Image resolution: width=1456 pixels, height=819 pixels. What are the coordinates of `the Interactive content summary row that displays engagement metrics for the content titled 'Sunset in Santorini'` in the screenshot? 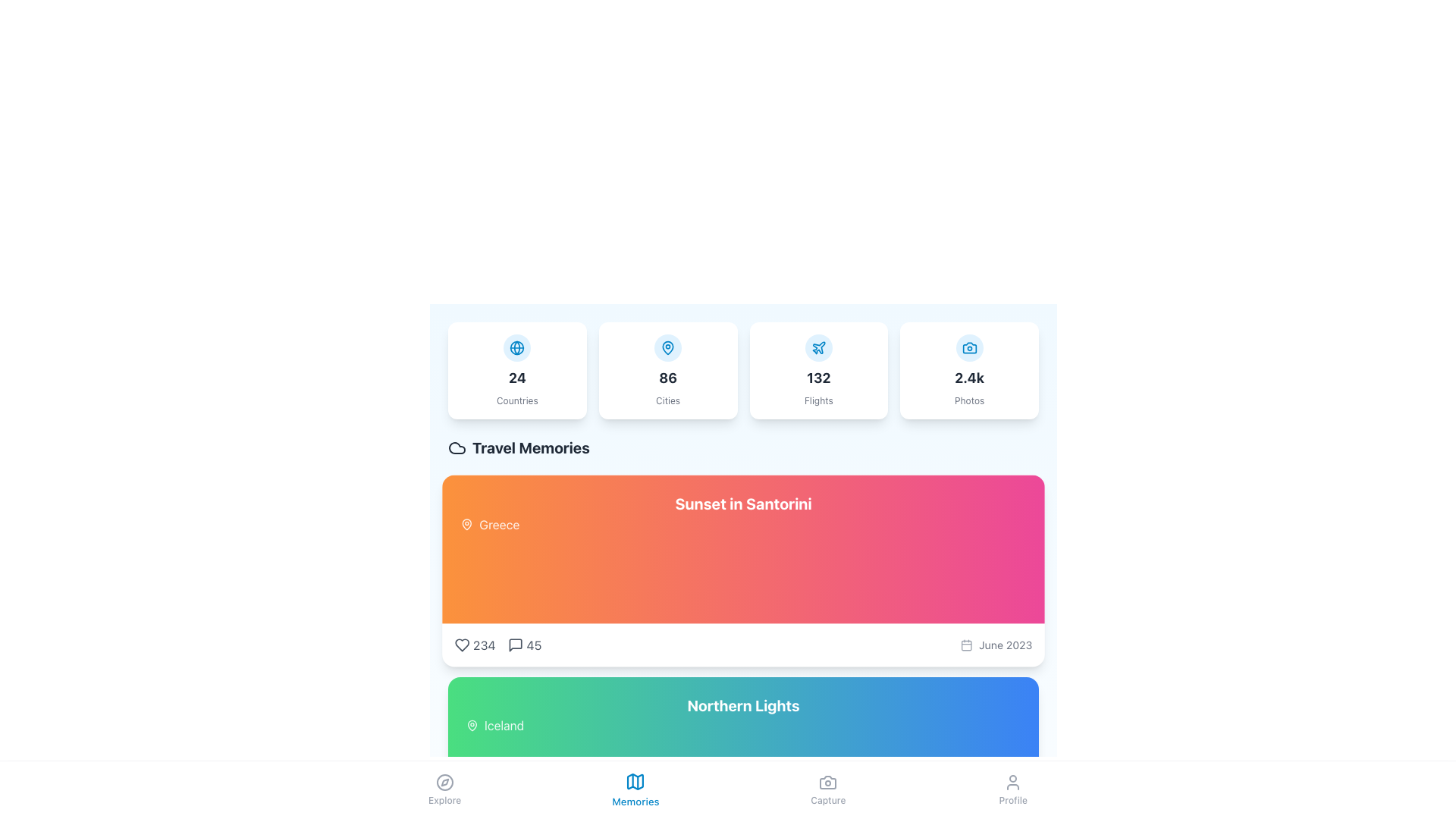 It's located at (743, 645).